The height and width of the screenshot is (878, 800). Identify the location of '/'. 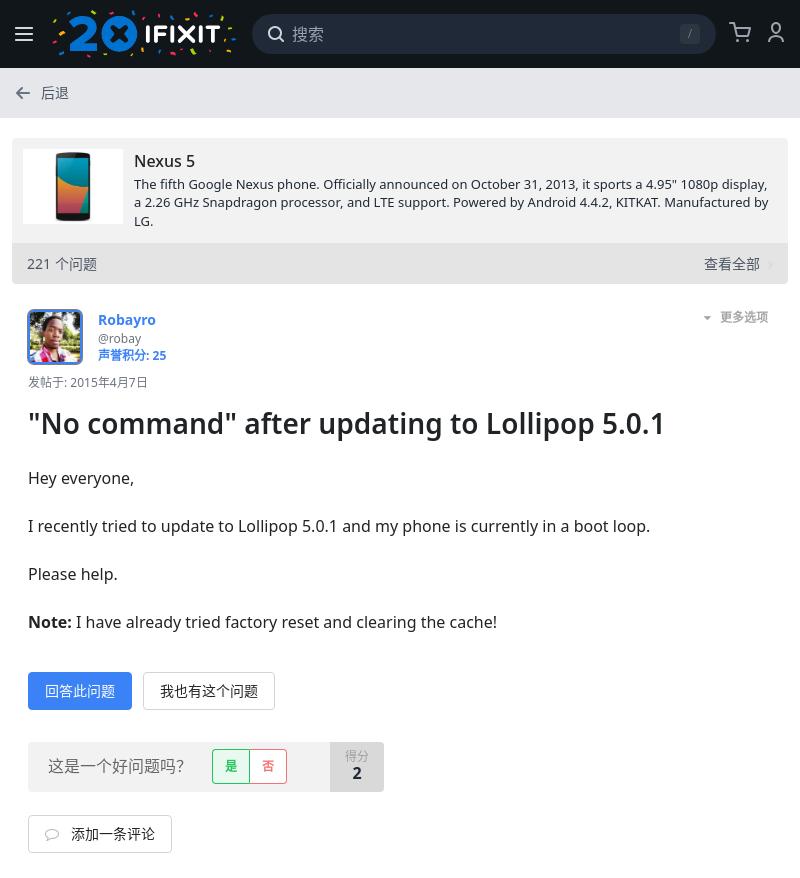
(689, 32).